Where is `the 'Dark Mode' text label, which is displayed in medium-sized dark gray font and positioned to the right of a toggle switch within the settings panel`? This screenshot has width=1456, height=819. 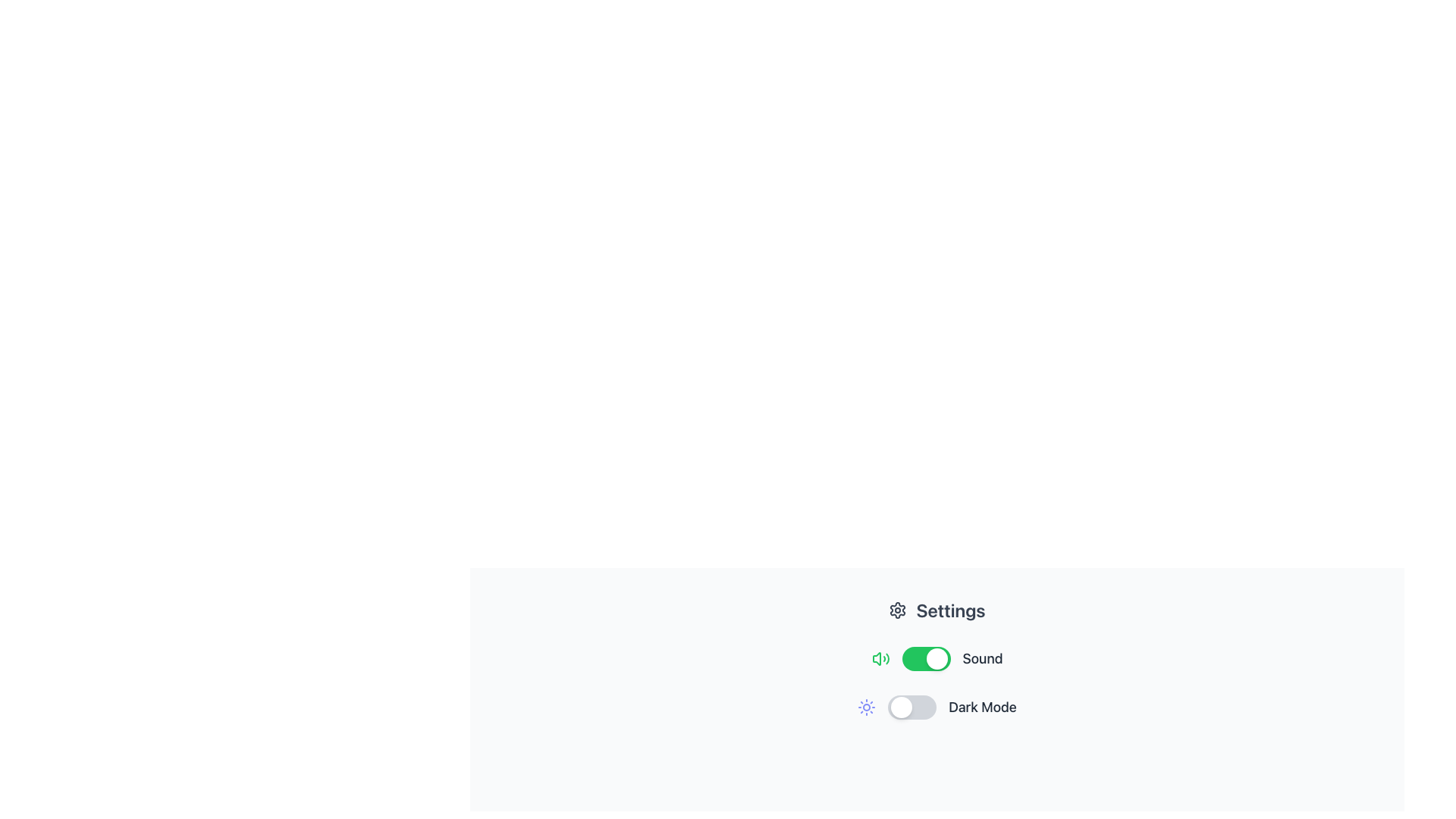
the 'Dark Mode' text label, which is displayed in medium-sized dark gray font and positioned to the right of a toggle switch within the settings panel is located at coordinates (983, 708).